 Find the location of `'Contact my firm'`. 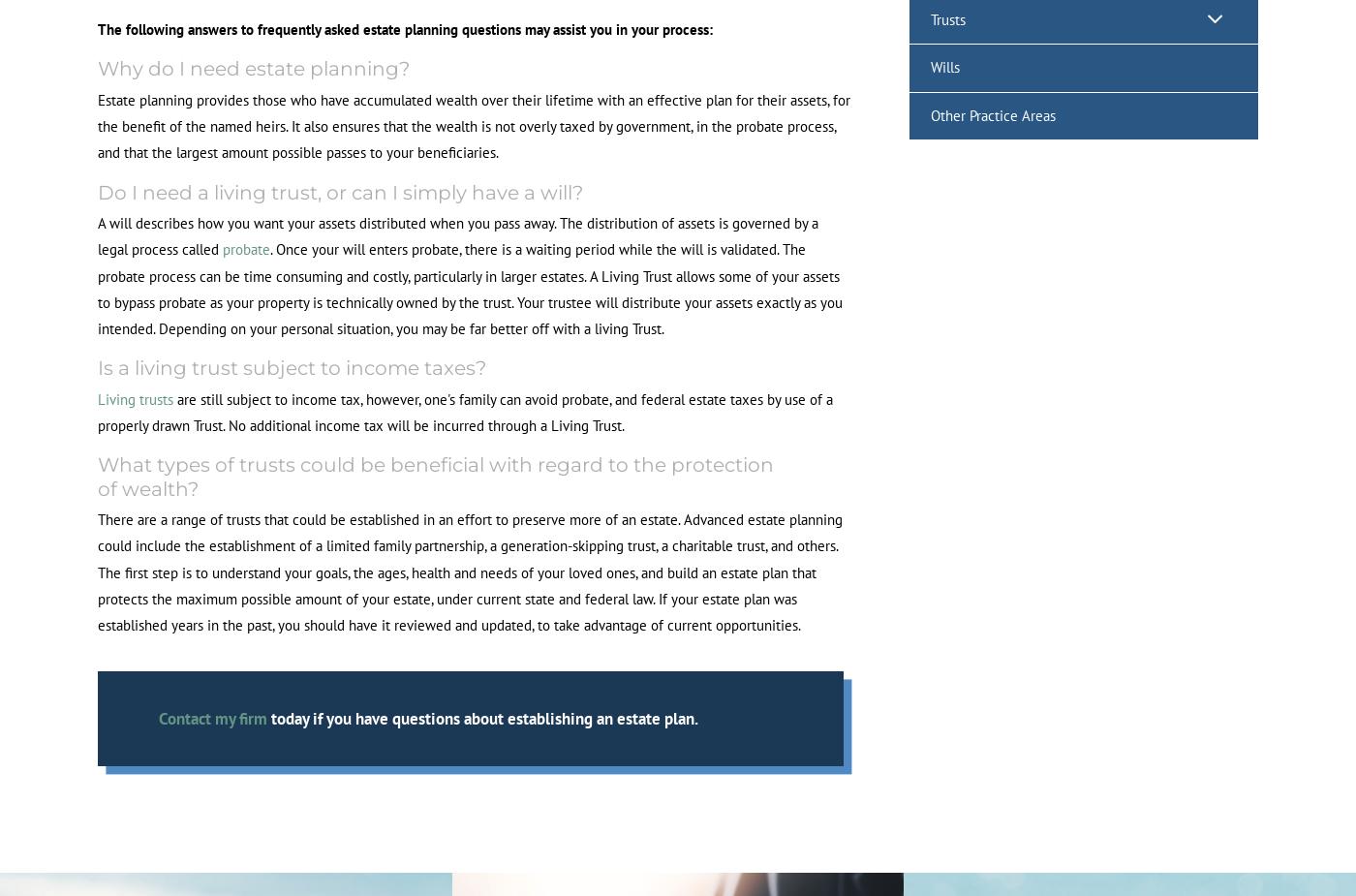

'Contact my firm' is located at coordinates (157, 718).